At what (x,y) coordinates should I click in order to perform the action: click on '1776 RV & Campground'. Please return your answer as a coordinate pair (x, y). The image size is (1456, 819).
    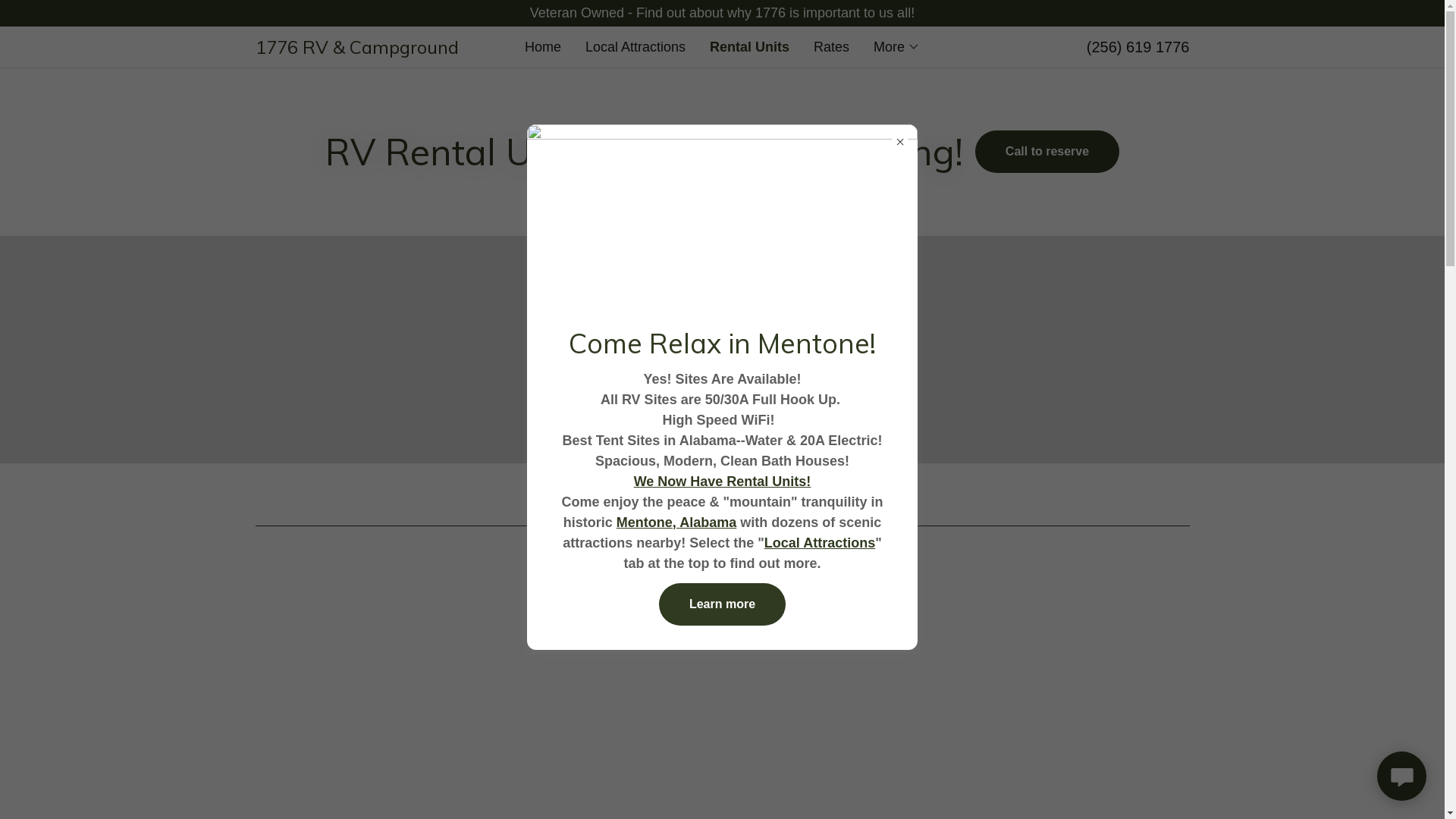
    Looking at the image, I should click on (255, 49).